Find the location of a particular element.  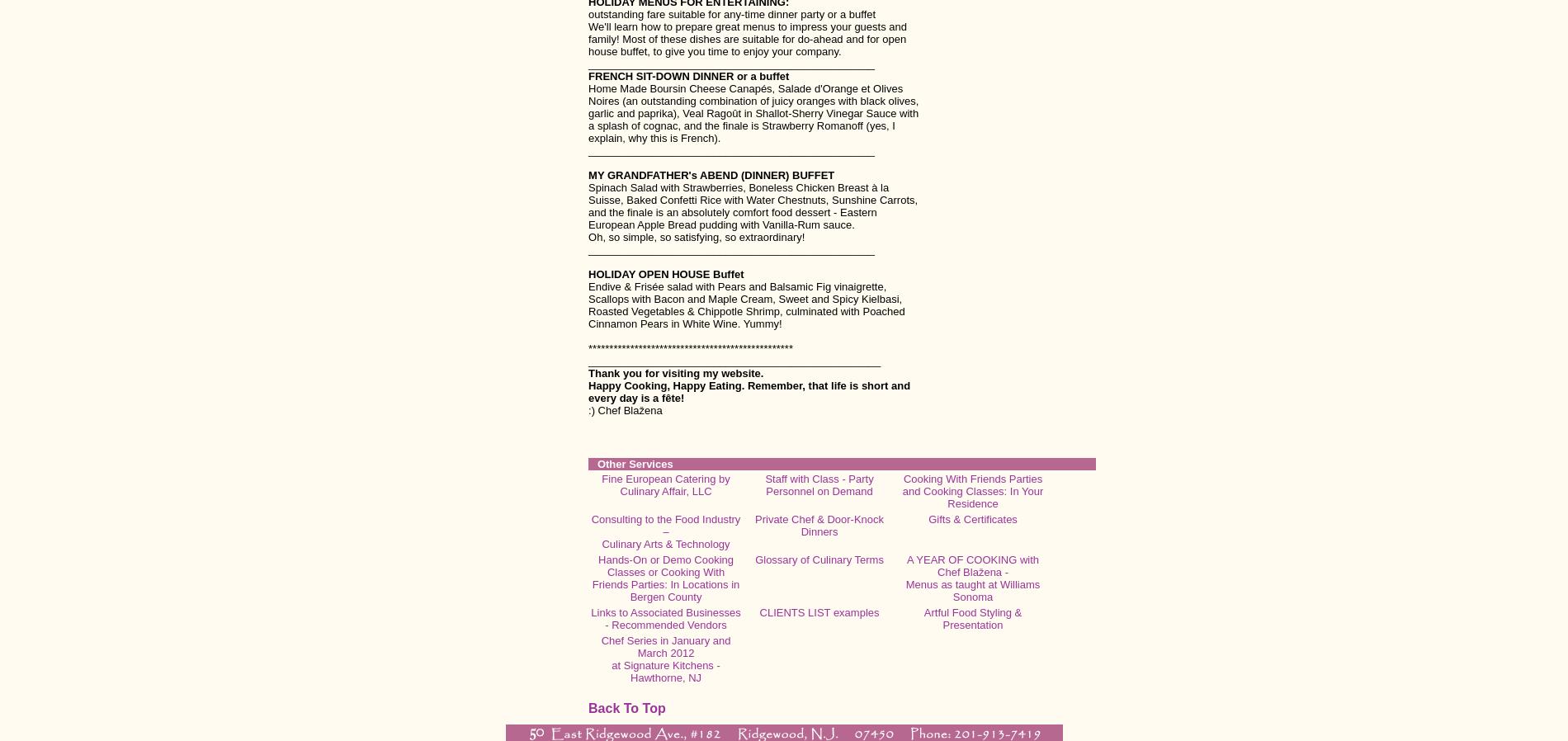

'Thank you for visiting my website.' is located at coordinates (675, 372).